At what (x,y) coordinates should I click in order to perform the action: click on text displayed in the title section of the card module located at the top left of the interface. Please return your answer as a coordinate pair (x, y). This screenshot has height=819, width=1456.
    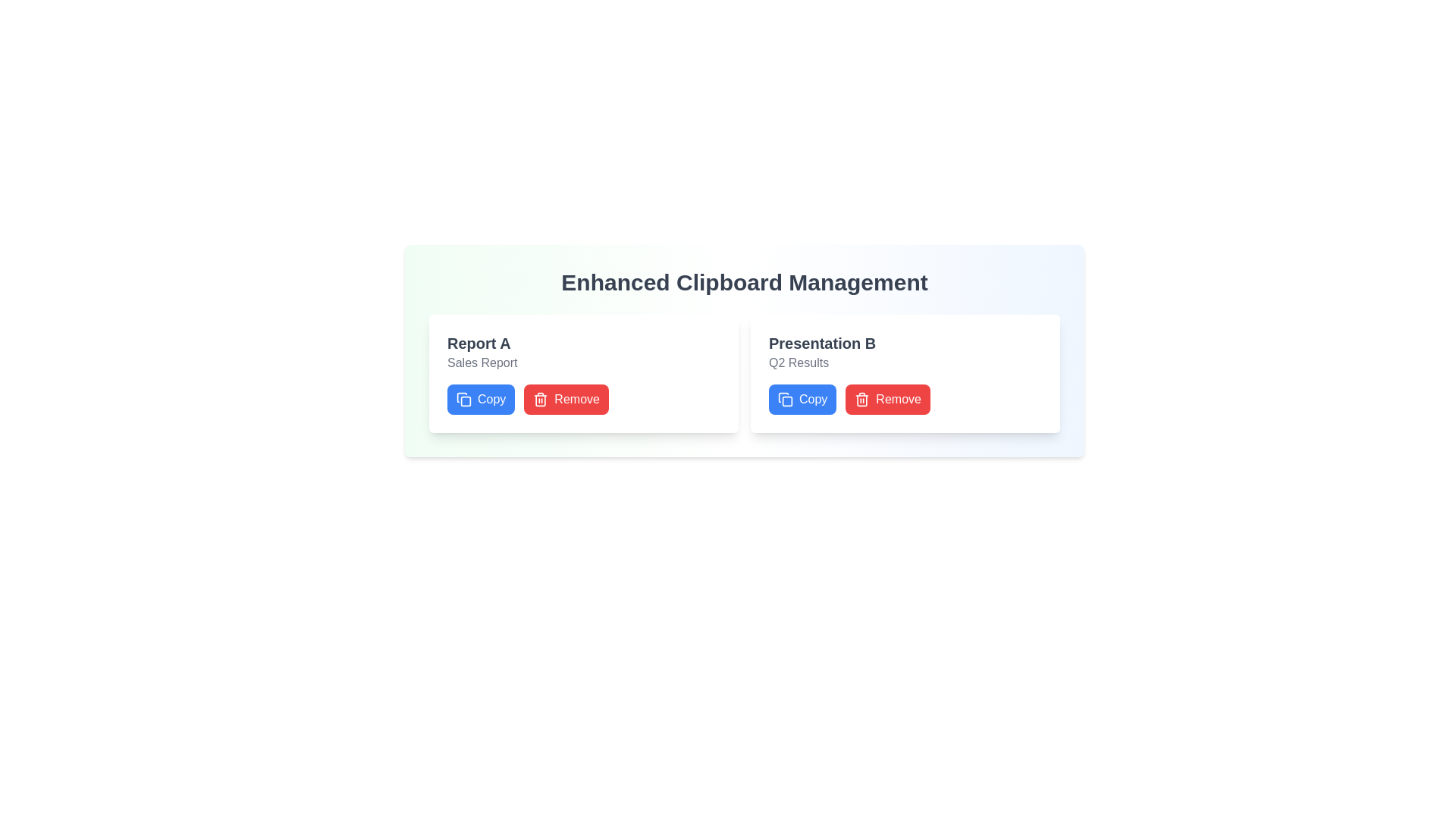
    Looking at the image, I should click on (478, 343).